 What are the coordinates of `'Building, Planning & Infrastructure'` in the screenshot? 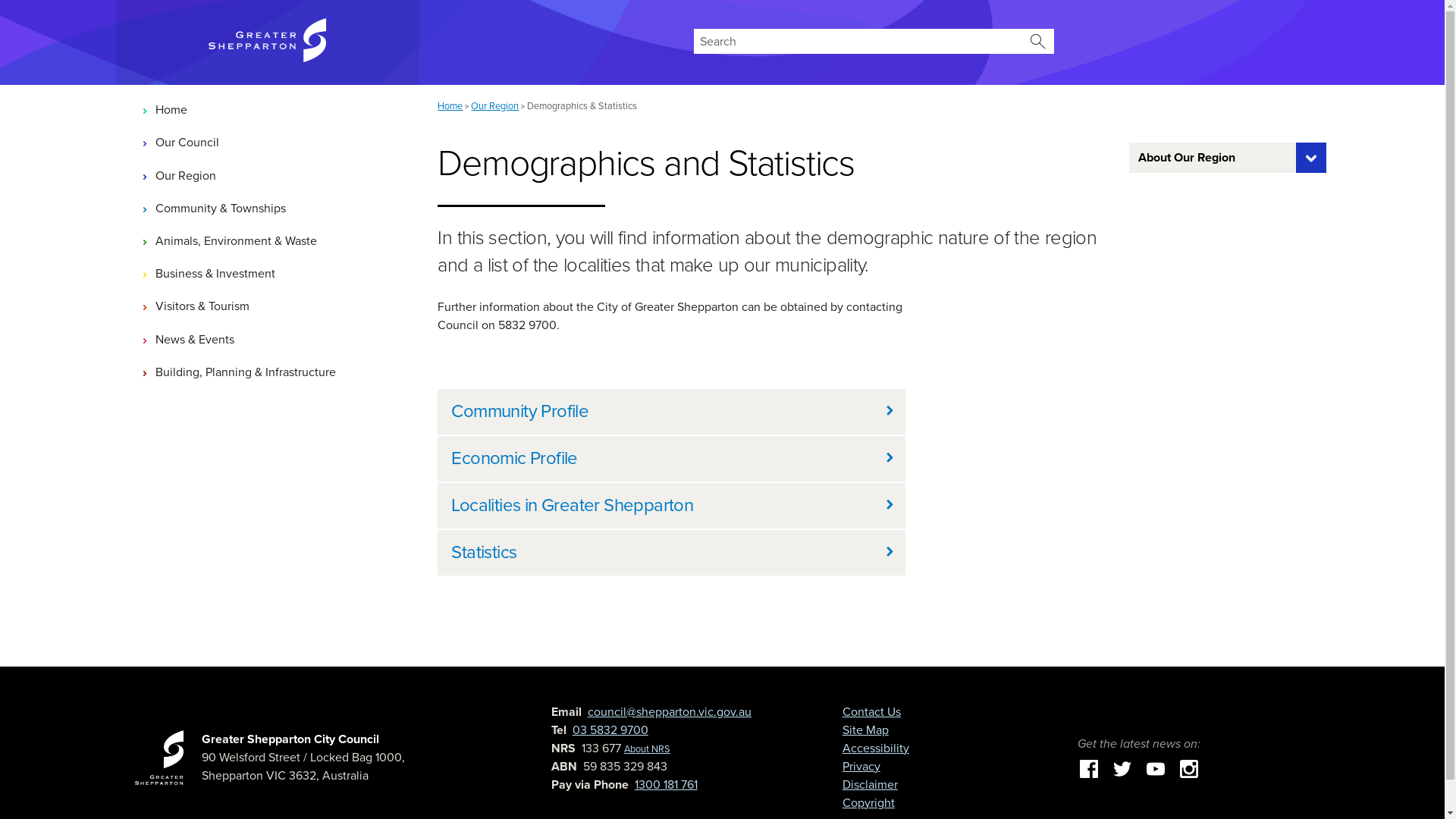 It's located at (268, 372).